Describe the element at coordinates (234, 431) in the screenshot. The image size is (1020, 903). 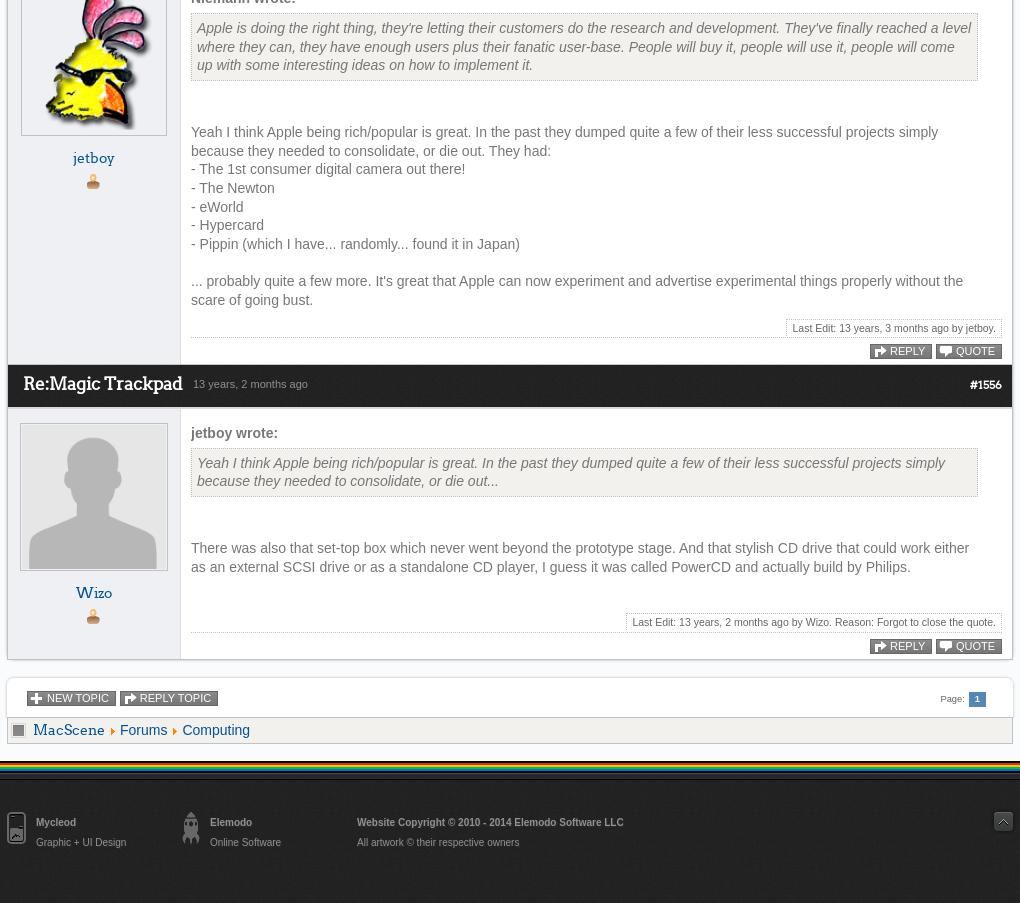
I see `'jetboy wrote:'` at that location.